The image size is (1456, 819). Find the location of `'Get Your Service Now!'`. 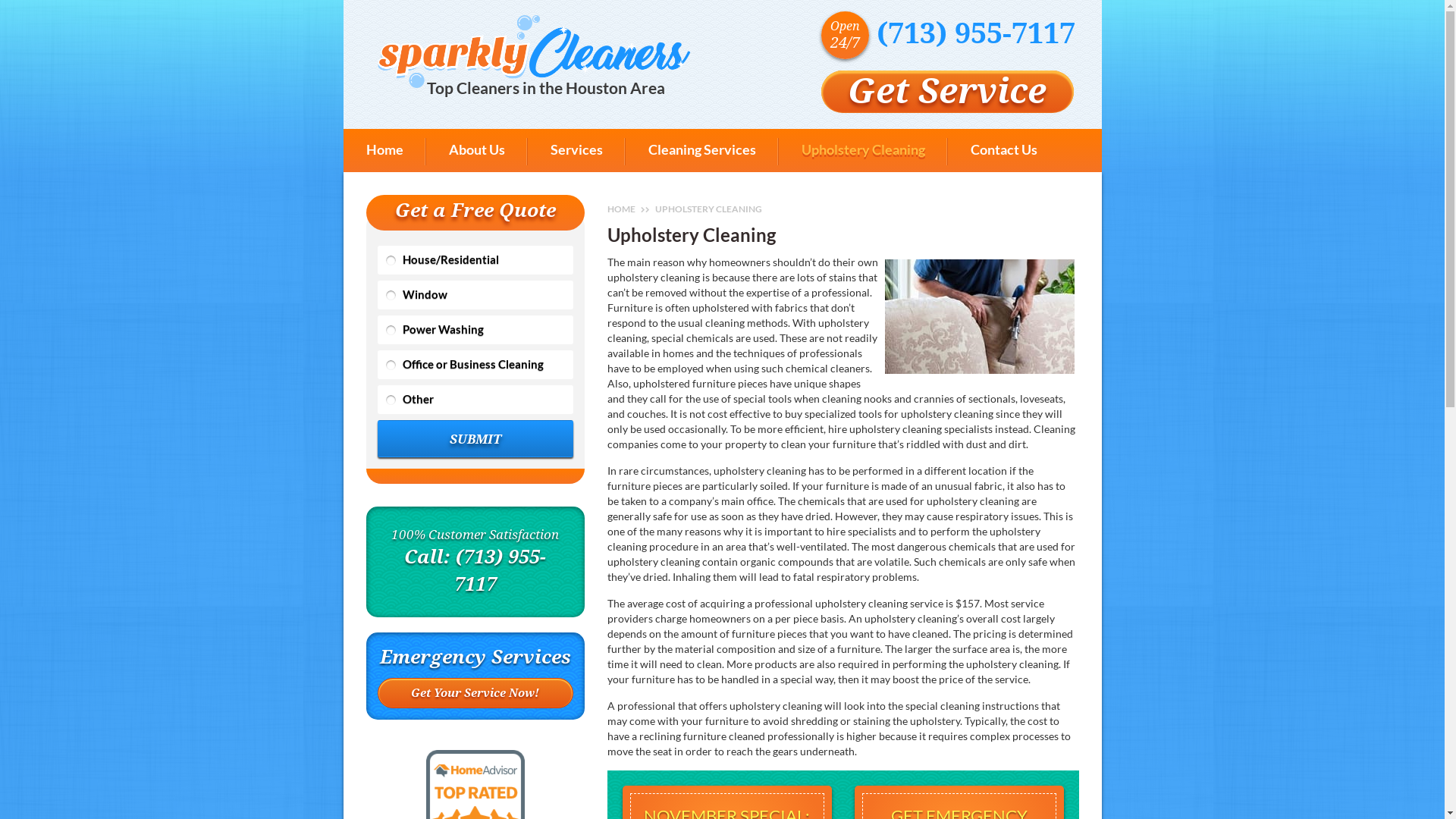

'Get Your Service Now!' is located at coordinates (475, 693).